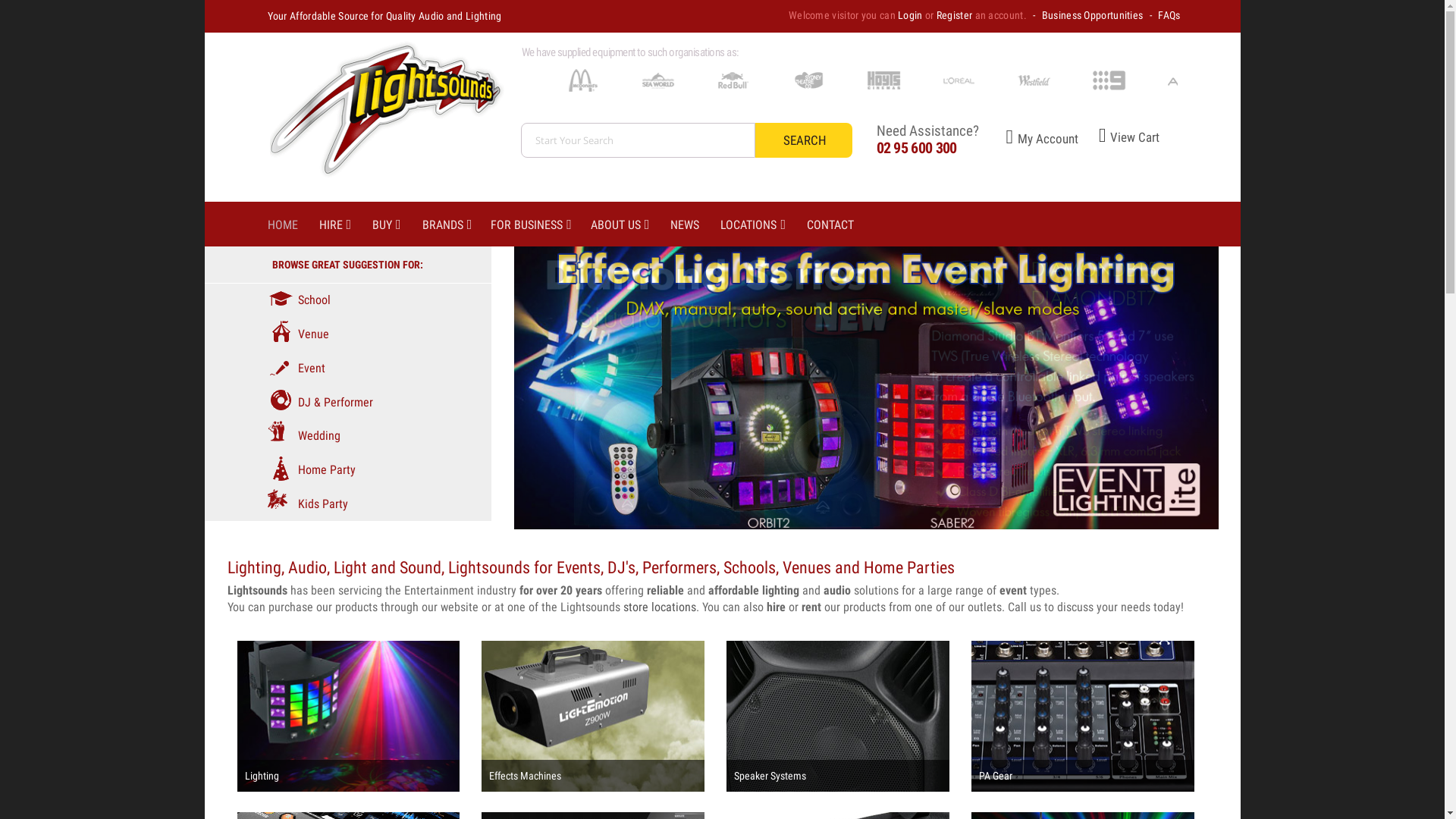 This screenshot has height=819, width=1456. Describe the element at coordinates (978, 138) in the screenshot. I see `'My Account'` at that location.